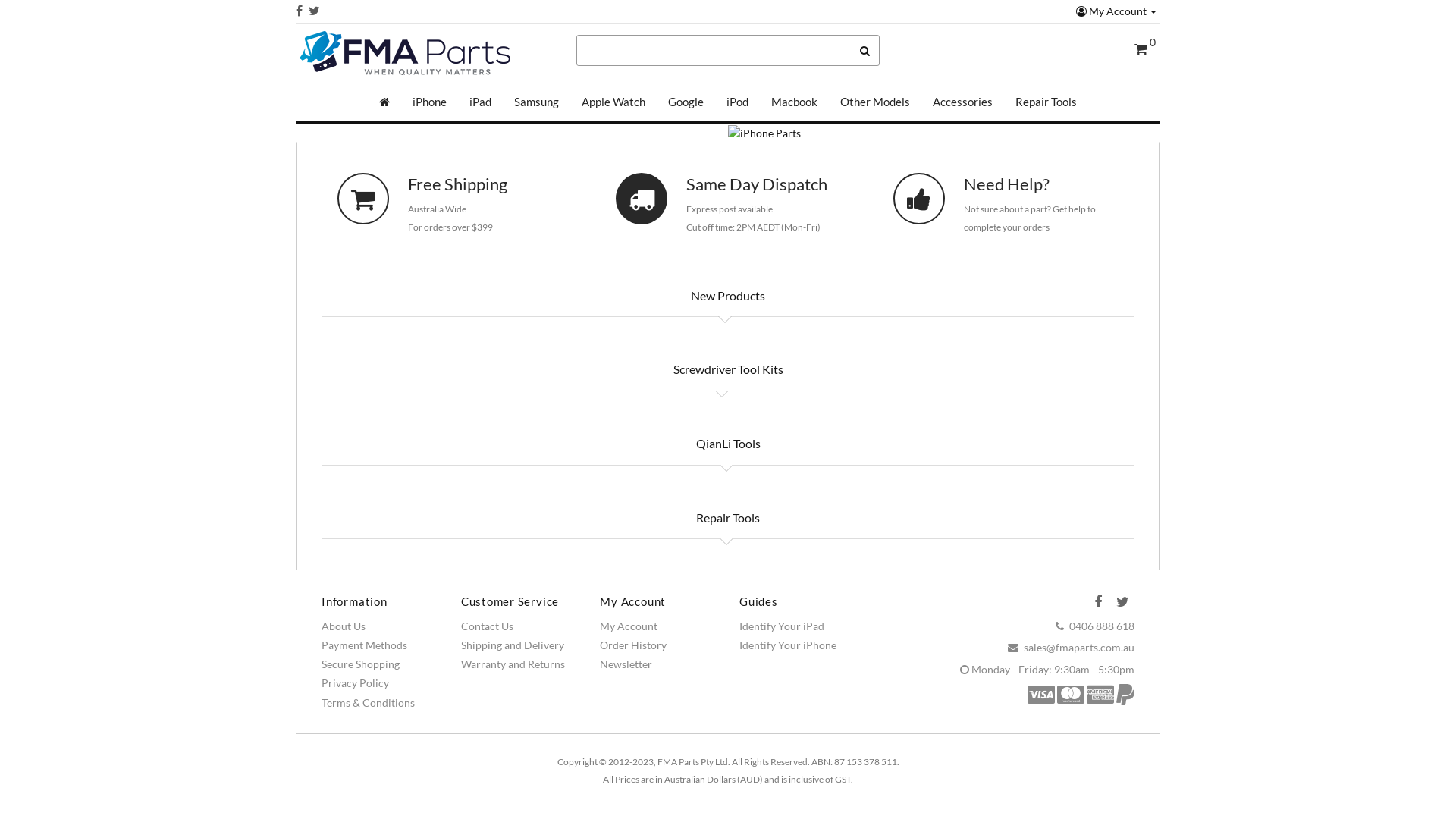 This screenshot has height=819, width=1456. Describe the element at coordinates (626, 663) in the screenshot. I see `'Newsletter'` at that location.